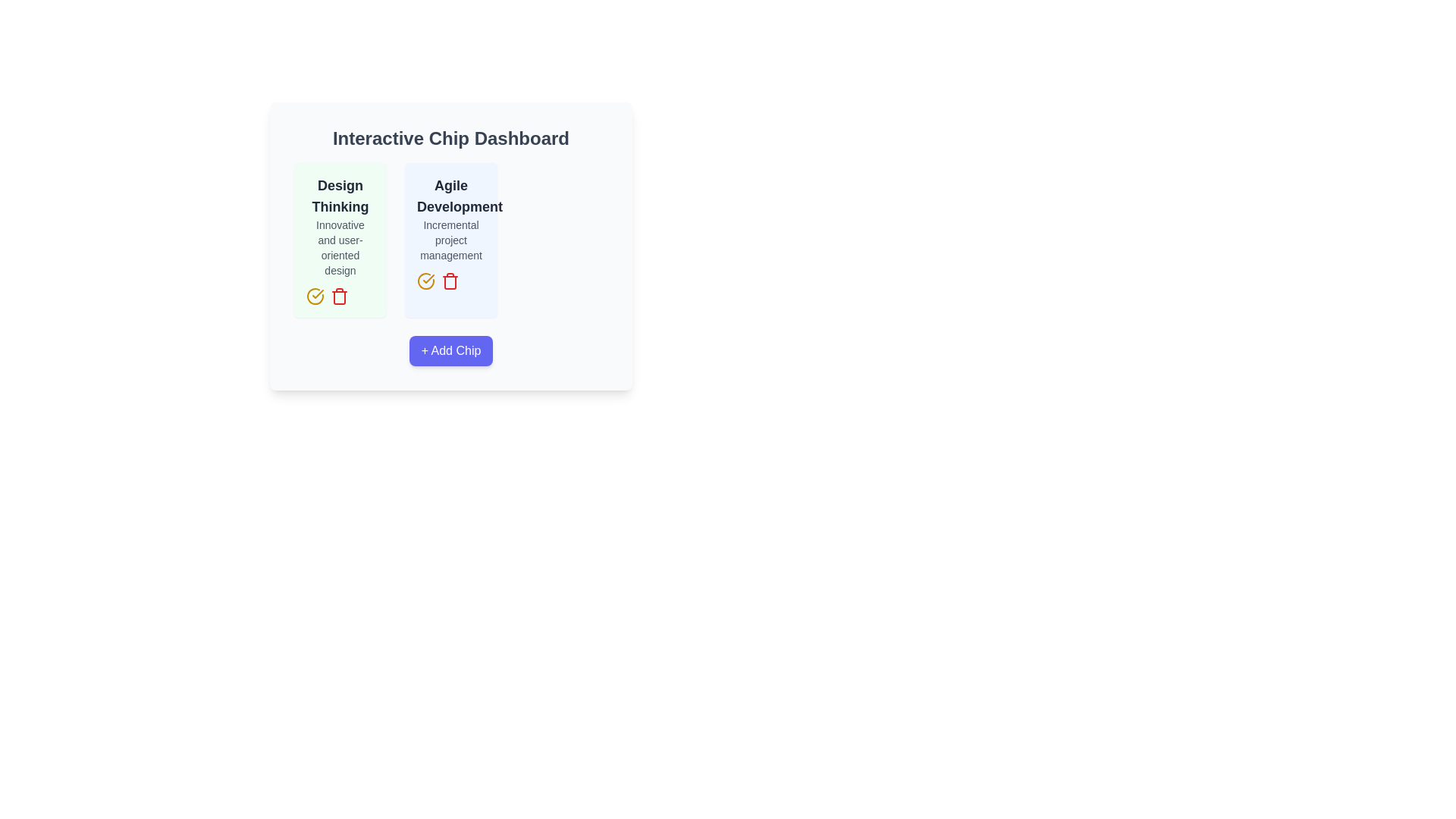  Describe the element at coordinates (340, 195) in the screenshot. I see `the 'Design Thinking' text label, which is prominently displayed at the top of a green-background card, styled in bold with two lines of text` at that location.